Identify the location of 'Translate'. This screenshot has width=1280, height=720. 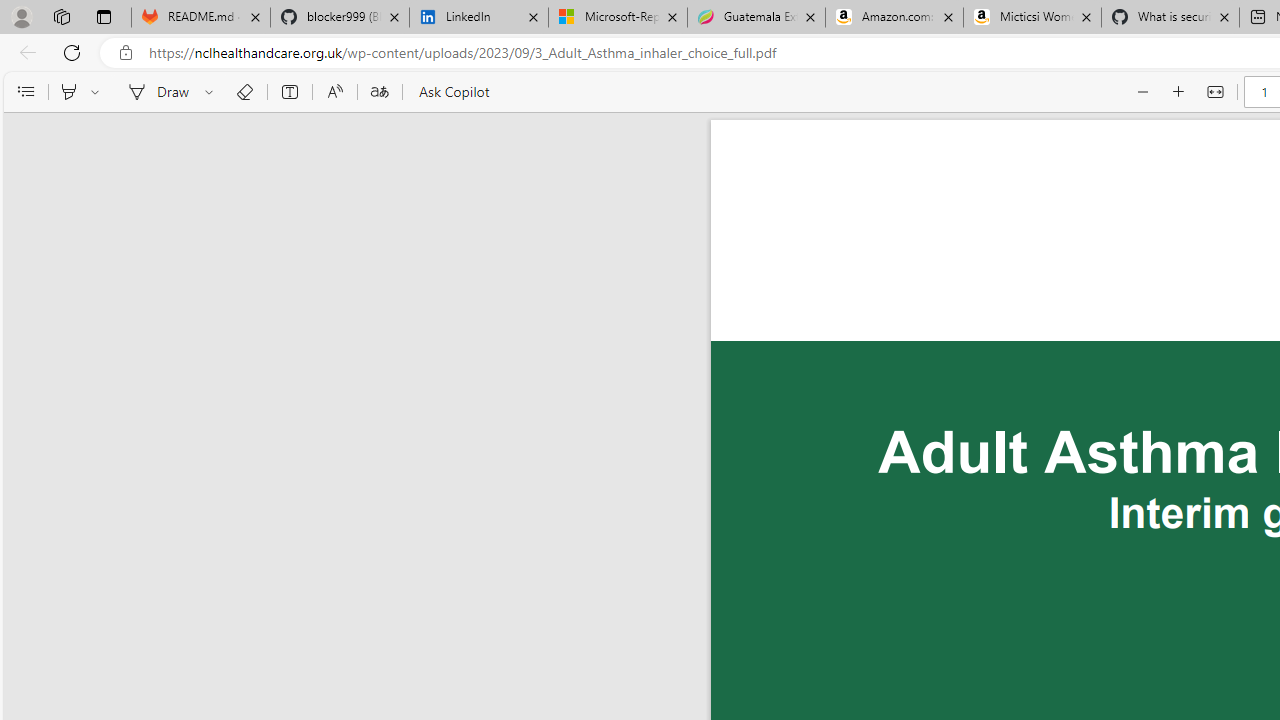
(379, 92).